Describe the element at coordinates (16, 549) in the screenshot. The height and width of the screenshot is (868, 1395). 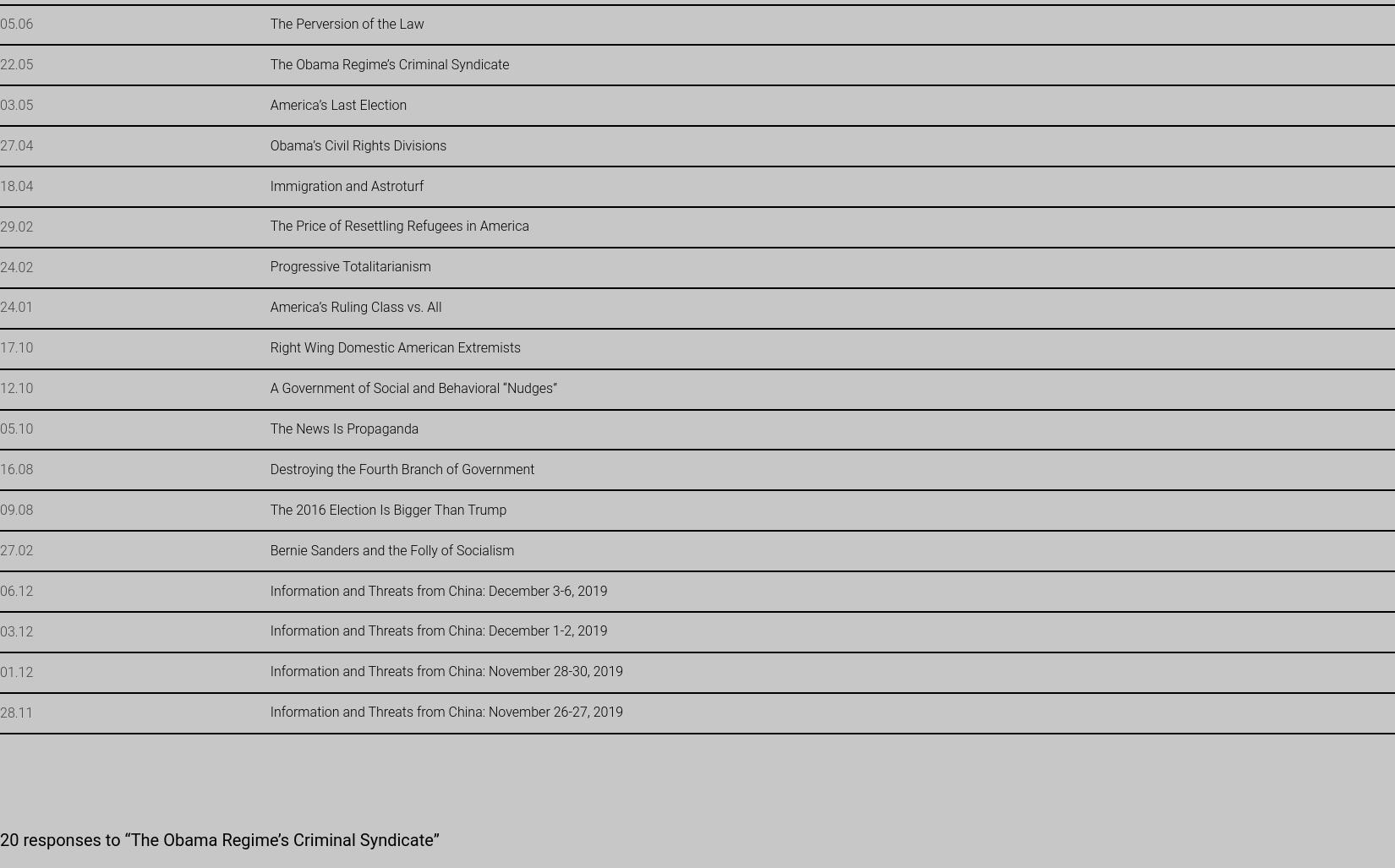
I see `'27.02'` at that location.